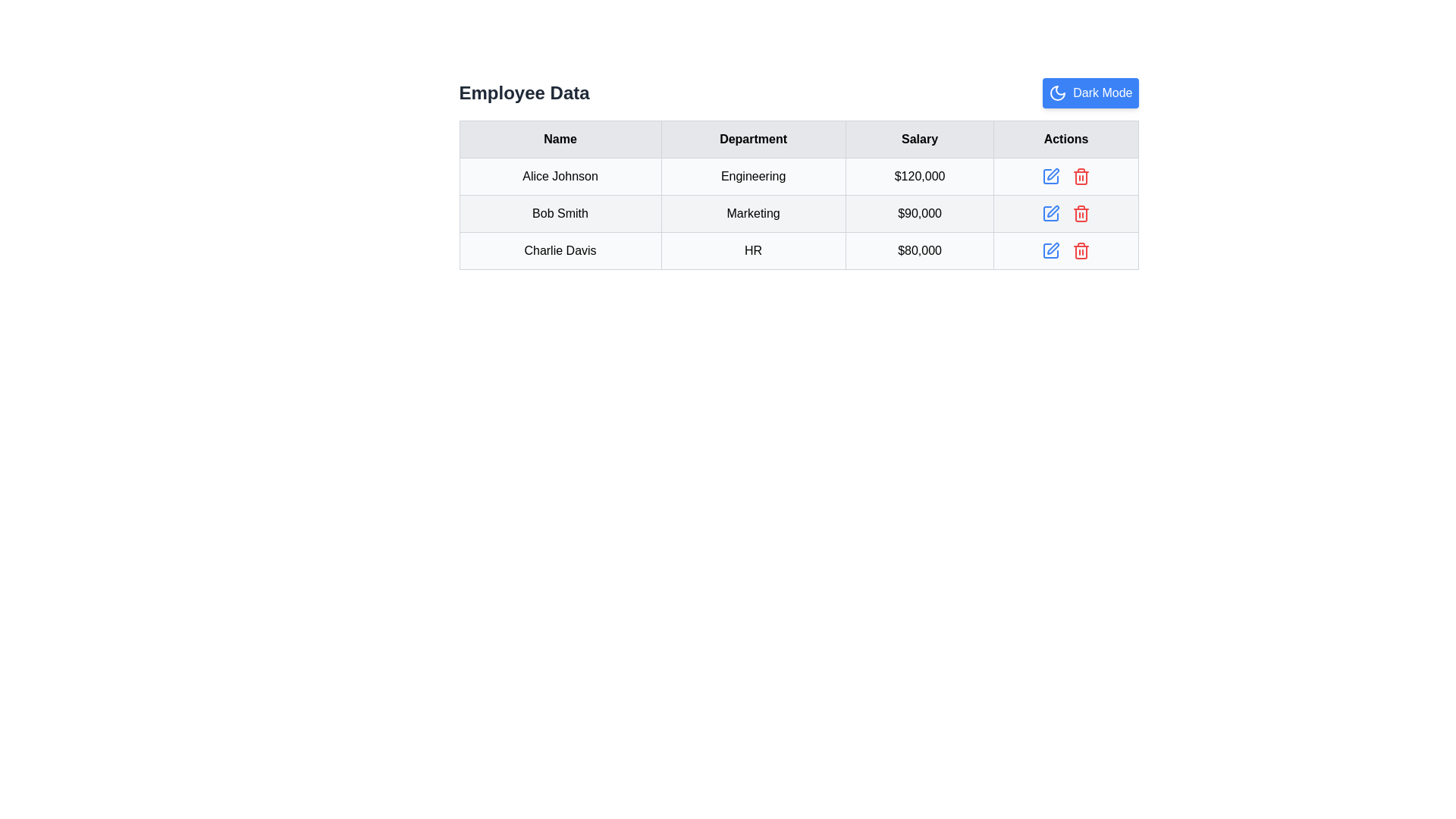 The image size is (1456, 819). What do you see at coordinates (753, 140) in the screenshot?
I see `the Table Header Cell containing the bold, centered text 'Department' with a light gray background, which is the second cell in the header row of the table` at bounding box center [753, 140].